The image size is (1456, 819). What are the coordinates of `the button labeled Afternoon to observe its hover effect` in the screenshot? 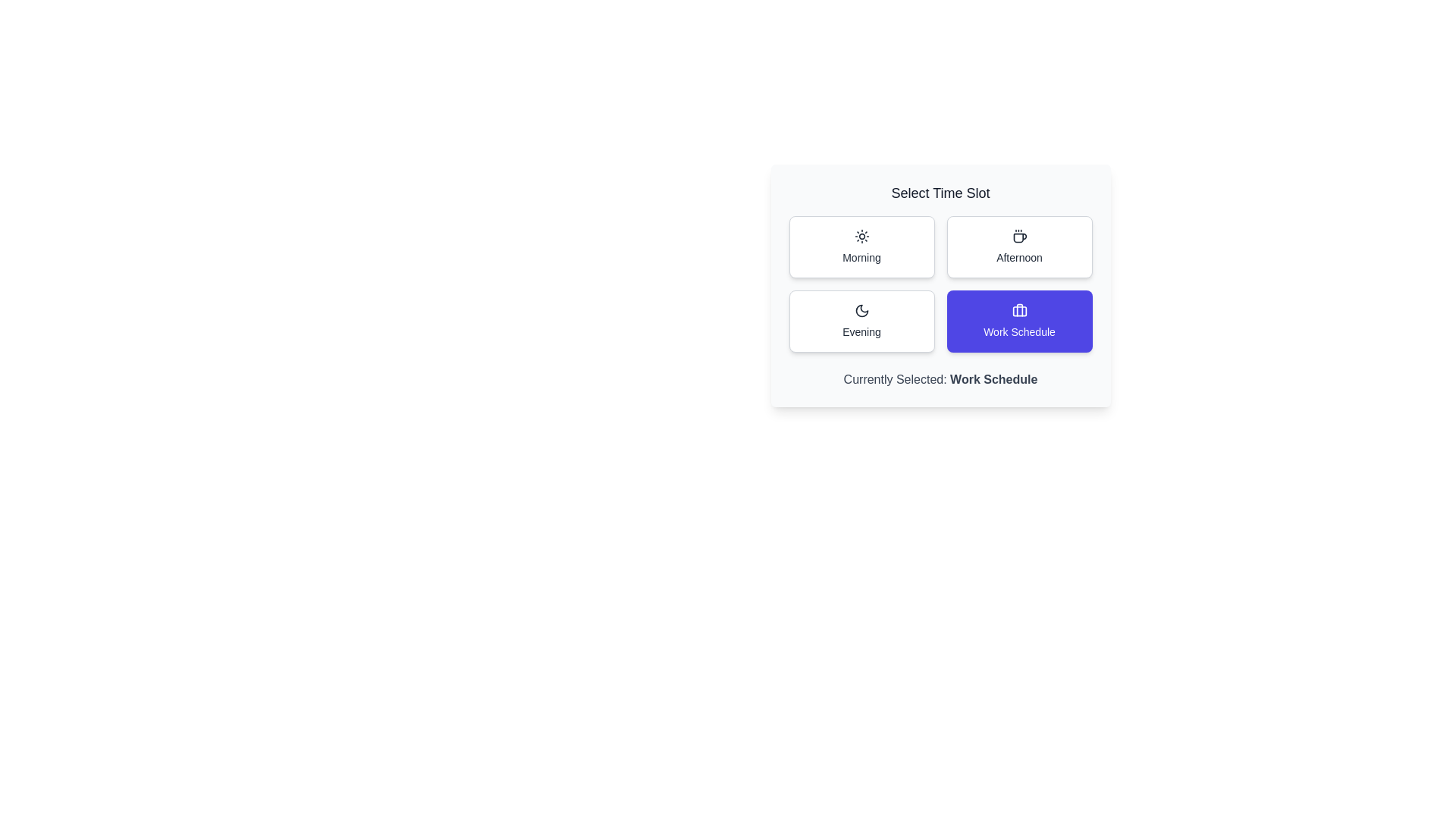 It's located at (1019, 246).